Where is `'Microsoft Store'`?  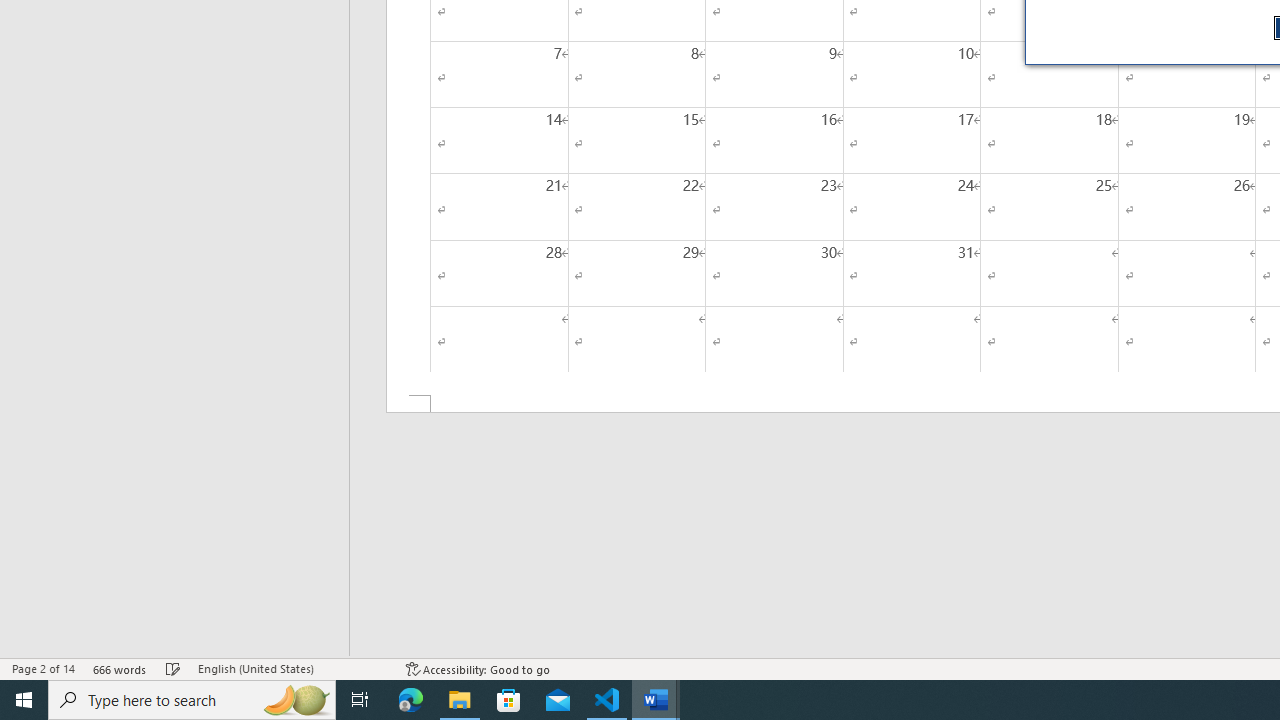
'Microsoft Store' is located at coordinates (509, 698).